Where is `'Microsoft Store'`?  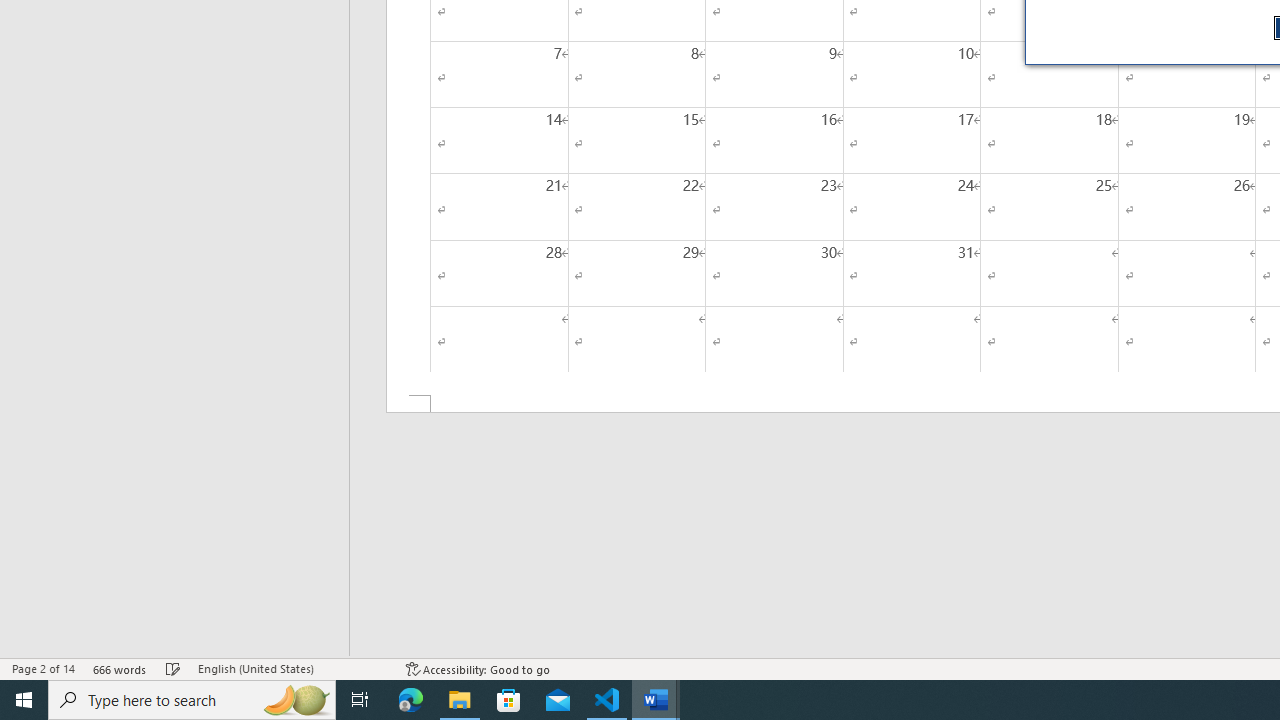
'Microsoft Store' is located at coordinates (509, 698).